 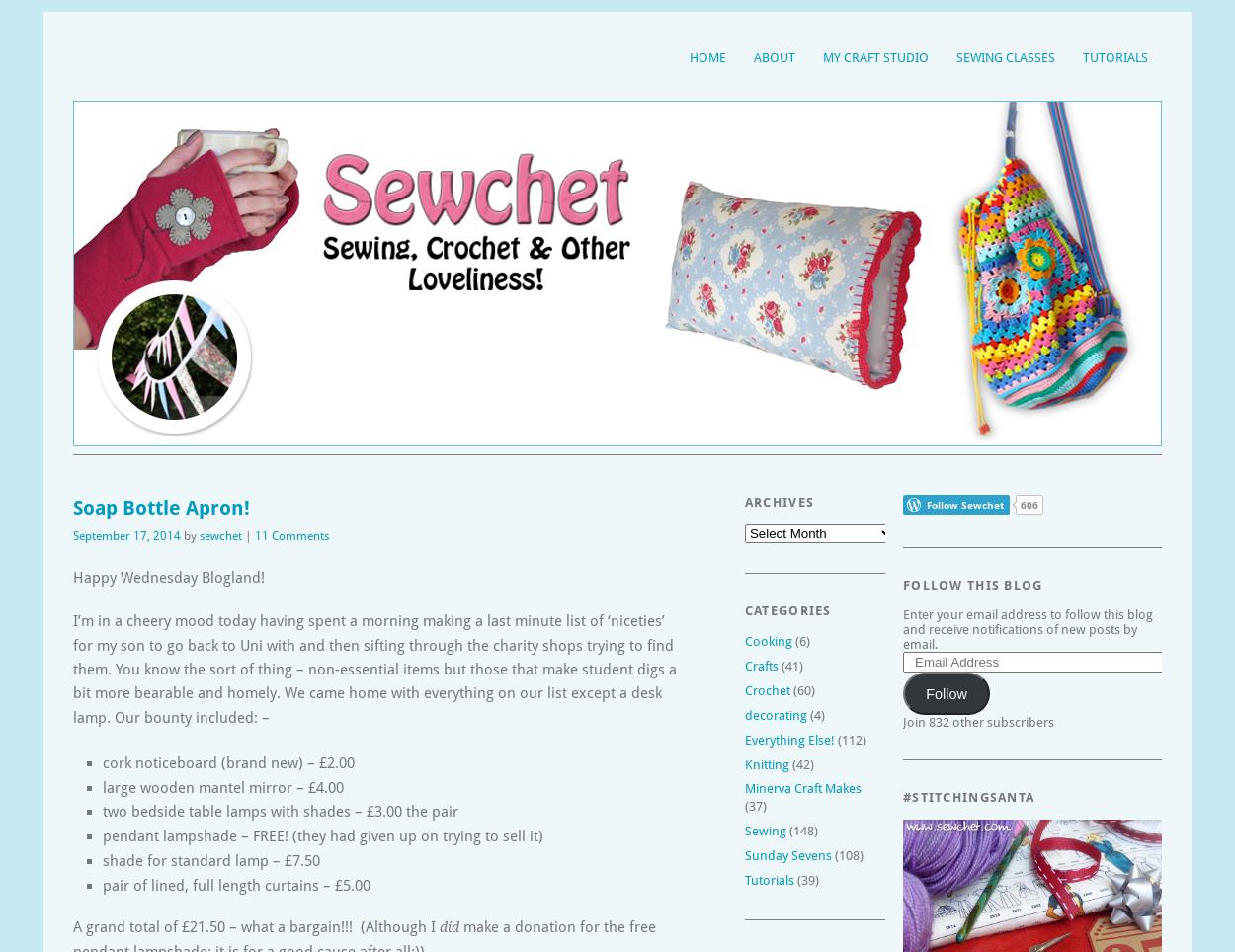 What do you see at coordinates (977, 721) in the screenshot?
I see `'Join 832 other subscribers'` at bounding box center [977, 721].